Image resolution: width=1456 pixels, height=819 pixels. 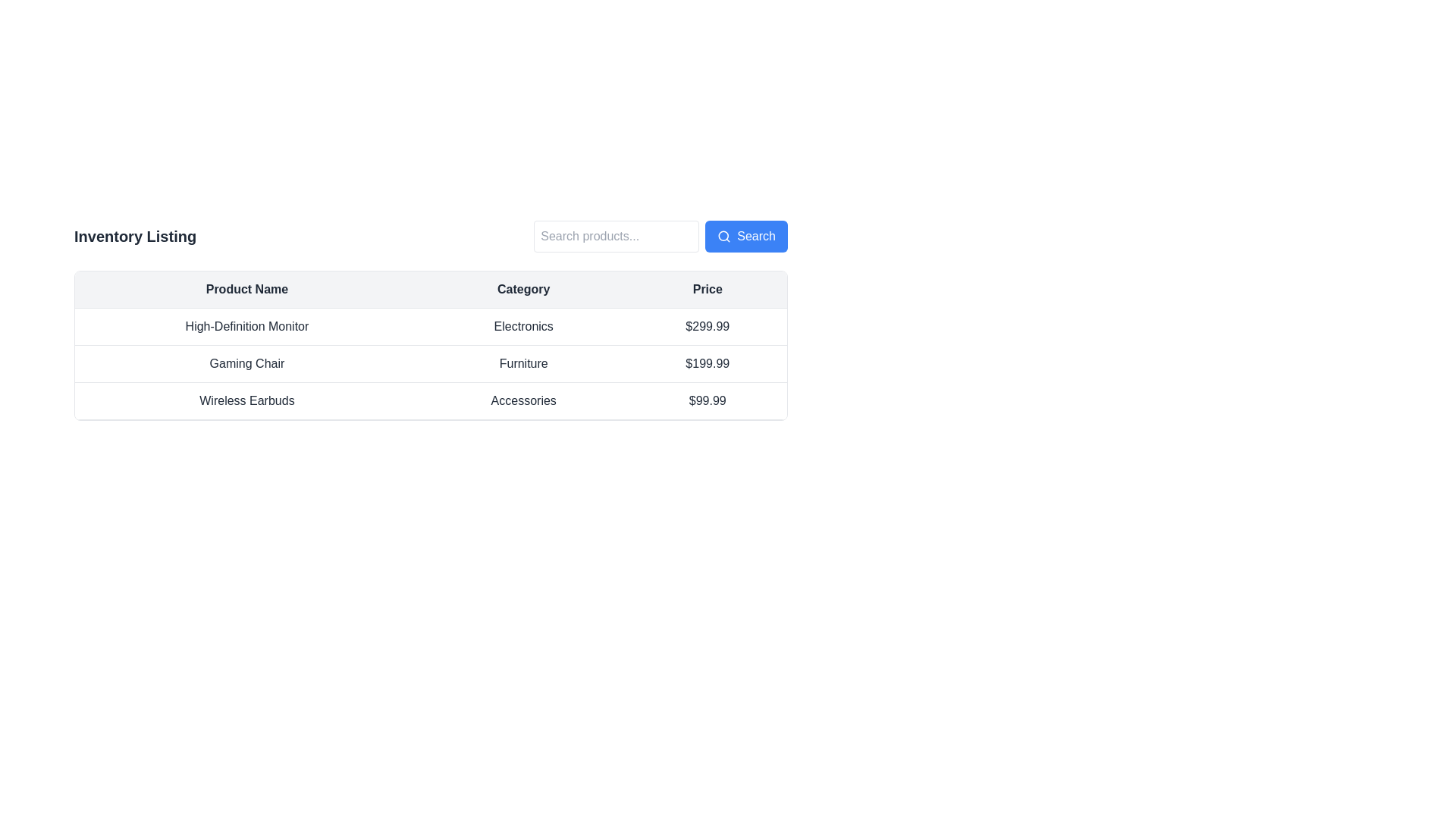 I want to click on the non-interactive text label indicating the category of the product in the second column of the first row, aligned with 'High-Definition Monitor' and '$299.99', so click(x=523, y=326).